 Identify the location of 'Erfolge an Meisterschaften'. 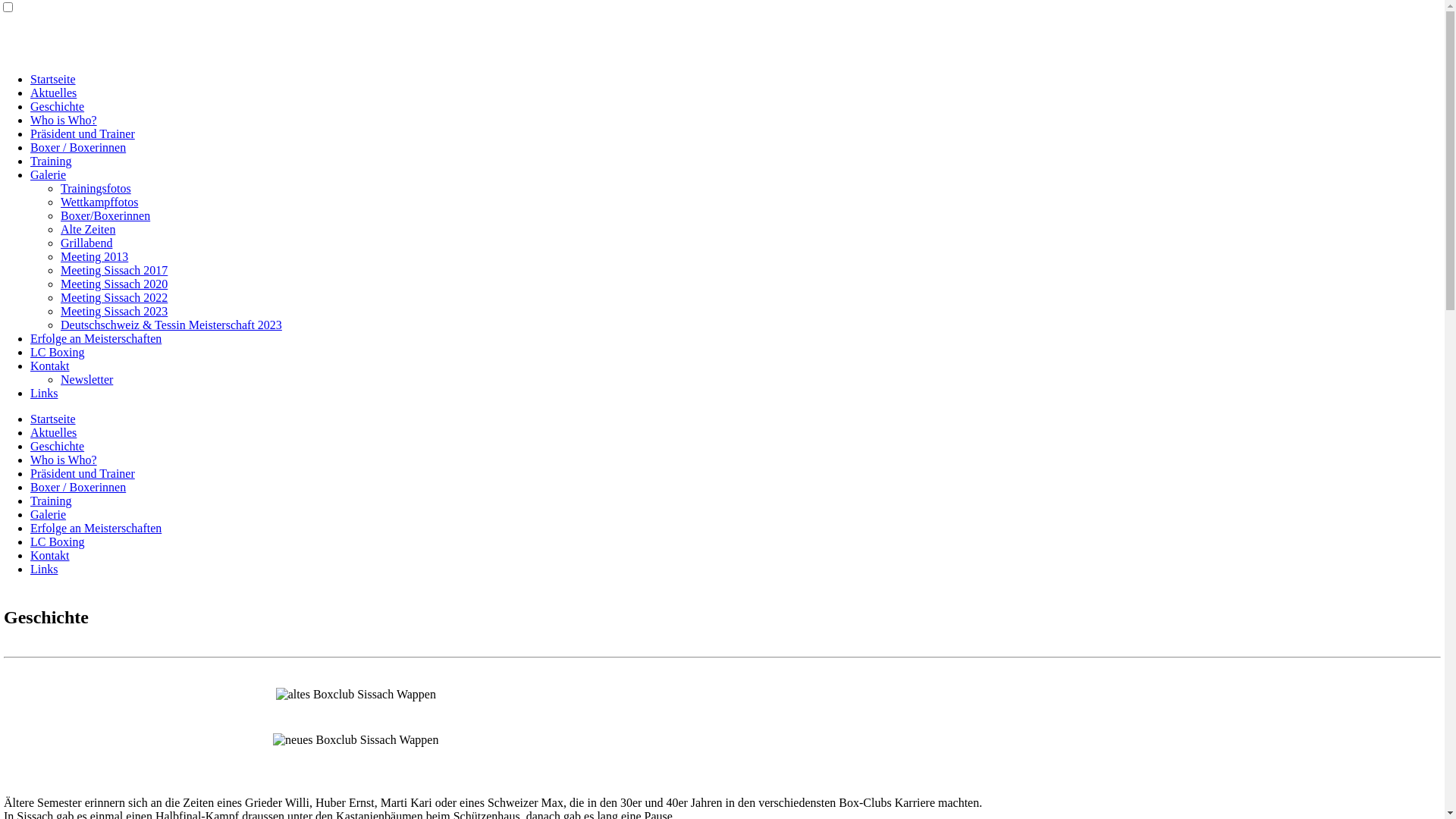
(30, 337).